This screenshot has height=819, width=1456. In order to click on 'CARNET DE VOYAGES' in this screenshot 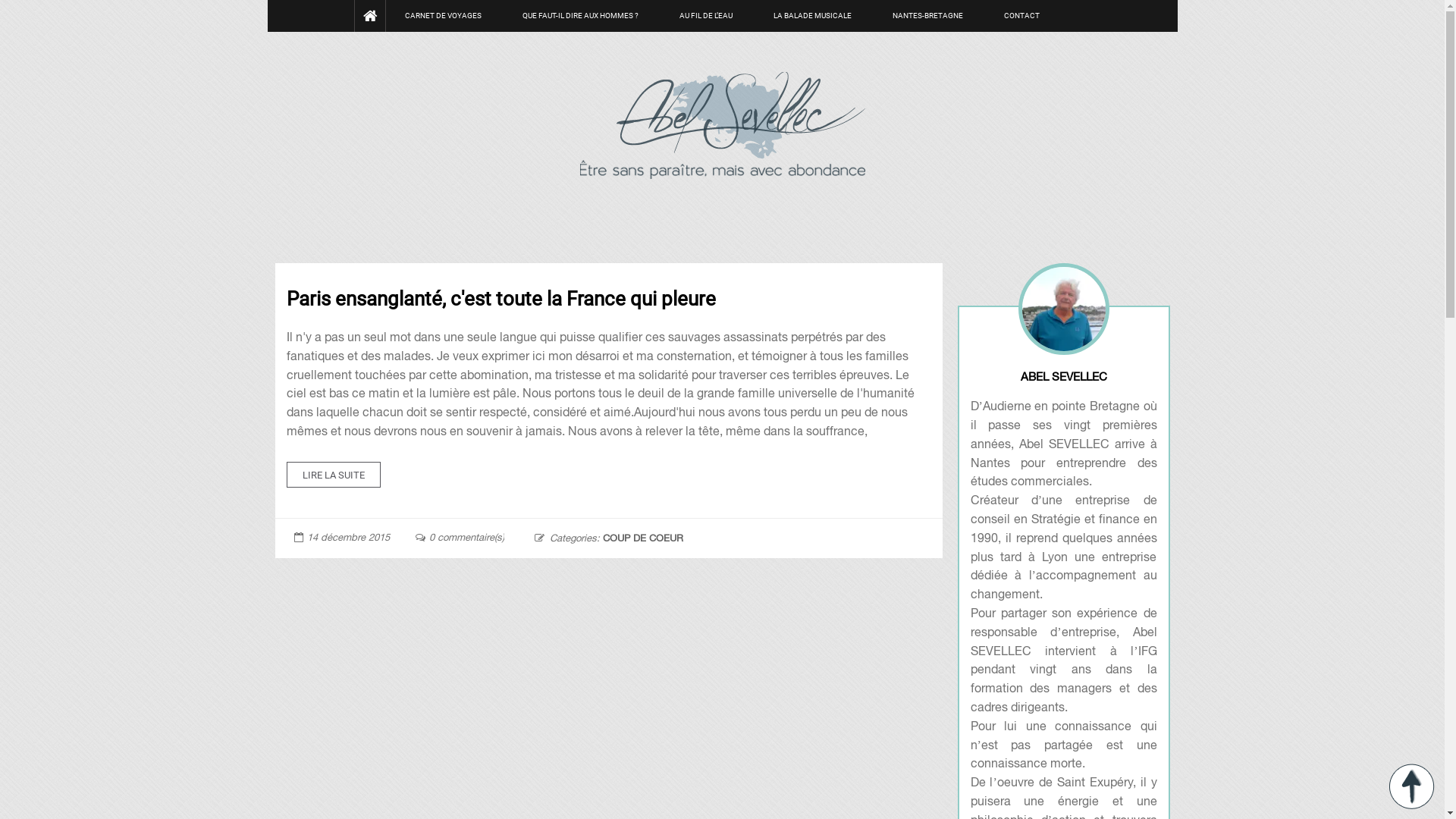, I will do `click(442, 15)`.